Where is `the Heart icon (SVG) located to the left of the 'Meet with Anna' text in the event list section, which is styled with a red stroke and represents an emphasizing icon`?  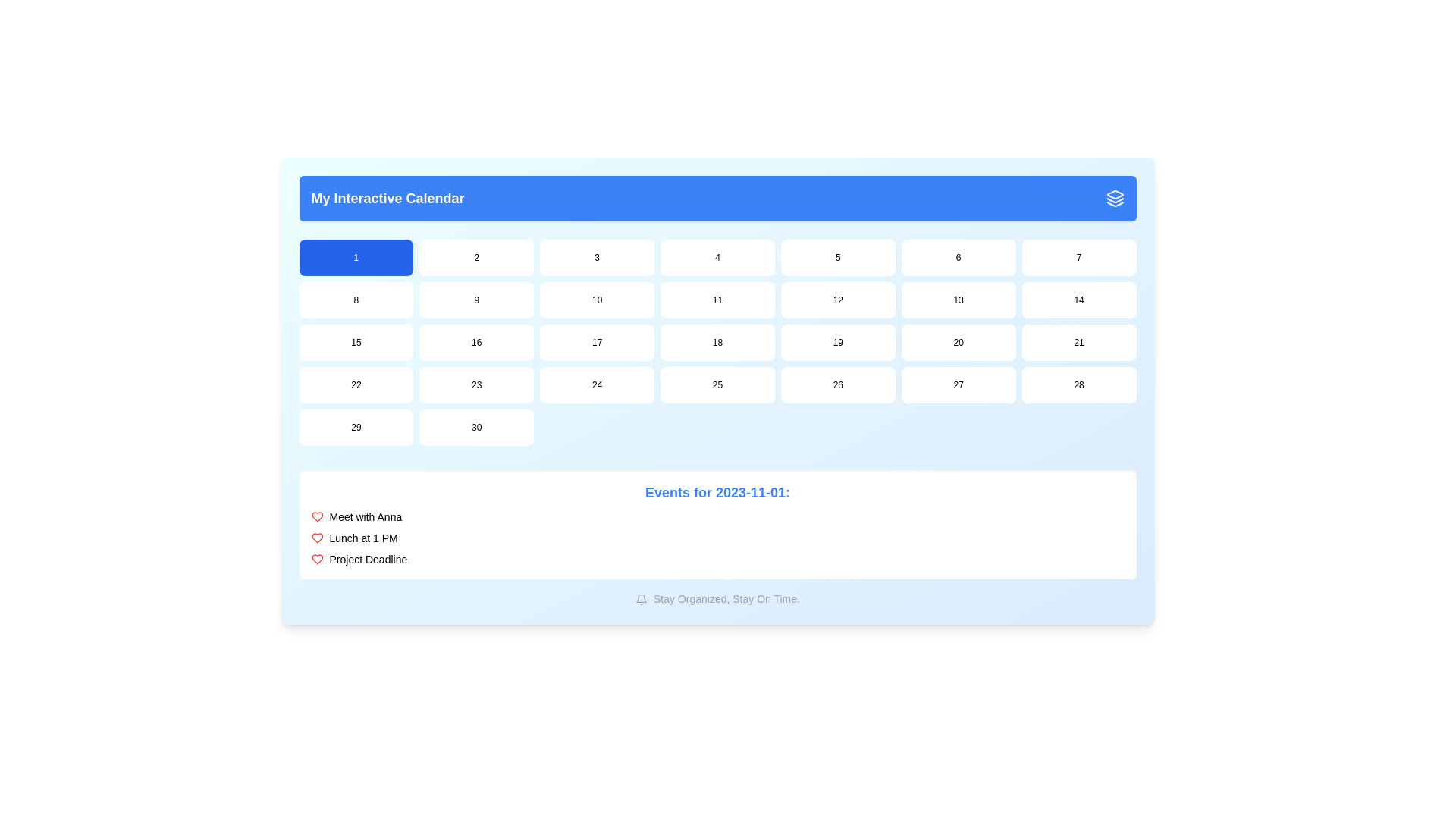
the Heart icon (SVG) located to the left of the 'Meet with Anna' text in the event list section, which is styled with a red stroke and represents an emphasizing icon is located at coordinates (316, 537).